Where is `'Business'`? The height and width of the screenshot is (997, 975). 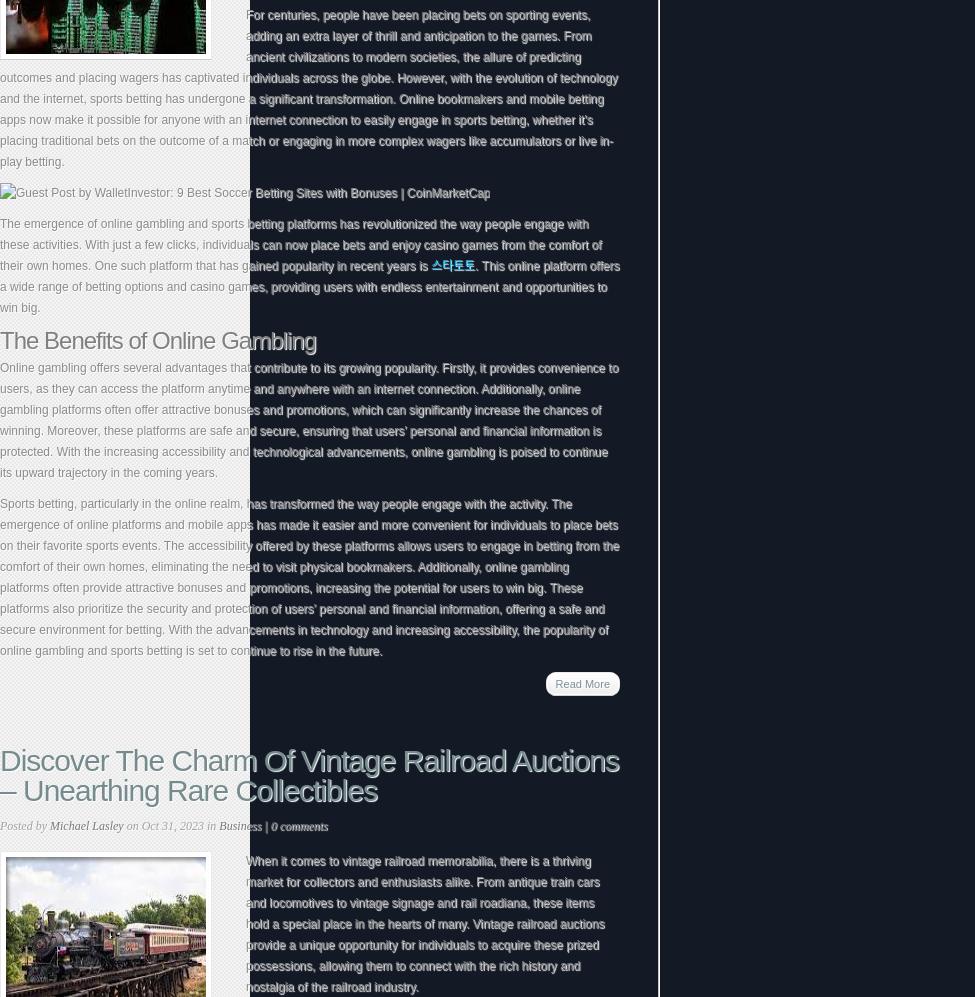
'Business' is located at coordinates (218, 826).